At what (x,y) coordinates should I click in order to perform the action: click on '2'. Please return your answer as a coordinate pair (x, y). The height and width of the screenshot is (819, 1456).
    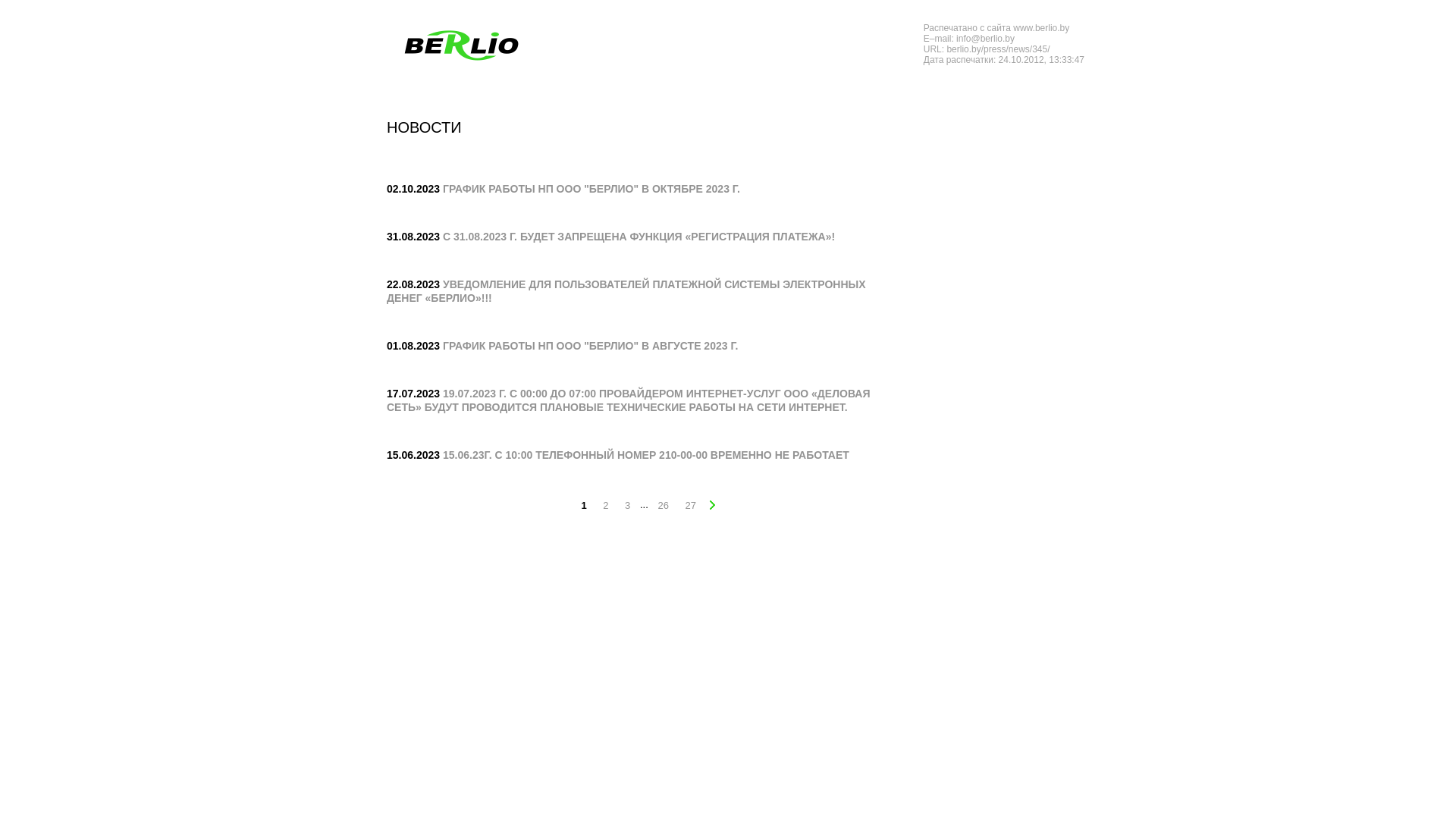
    Looking at the image, I should click on (604, 506).